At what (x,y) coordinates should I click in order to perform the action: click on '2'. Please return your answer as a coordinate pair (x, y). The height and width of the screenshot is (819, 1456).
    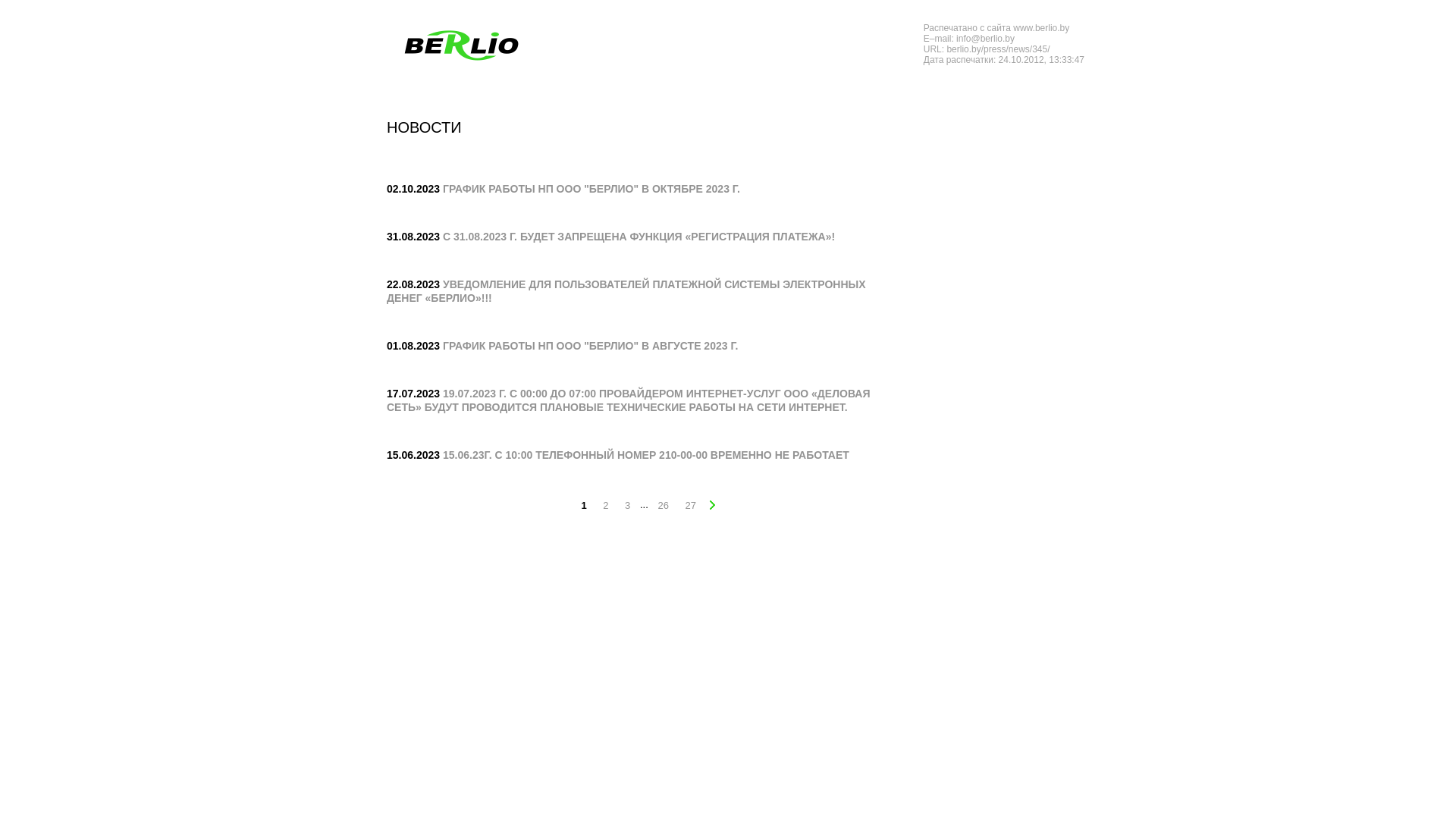
    Looking at the image, I should click on (604, 506).